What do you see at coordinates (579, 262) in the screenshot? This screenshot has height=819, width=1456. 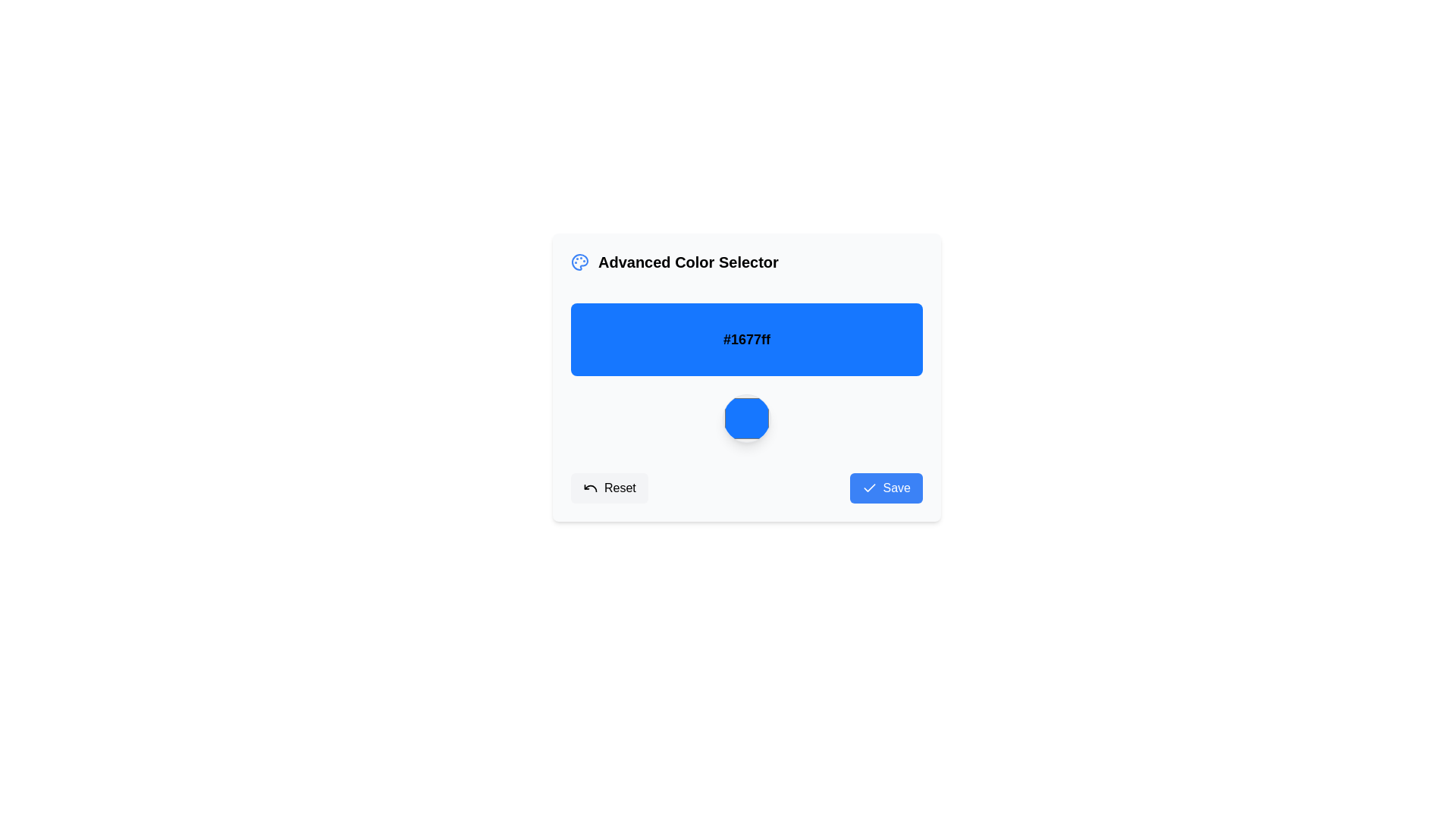 I see `the main circular body of the palette icon located to the left of the text 'Advanced Color Selector'` at bounding box center [579, 262].